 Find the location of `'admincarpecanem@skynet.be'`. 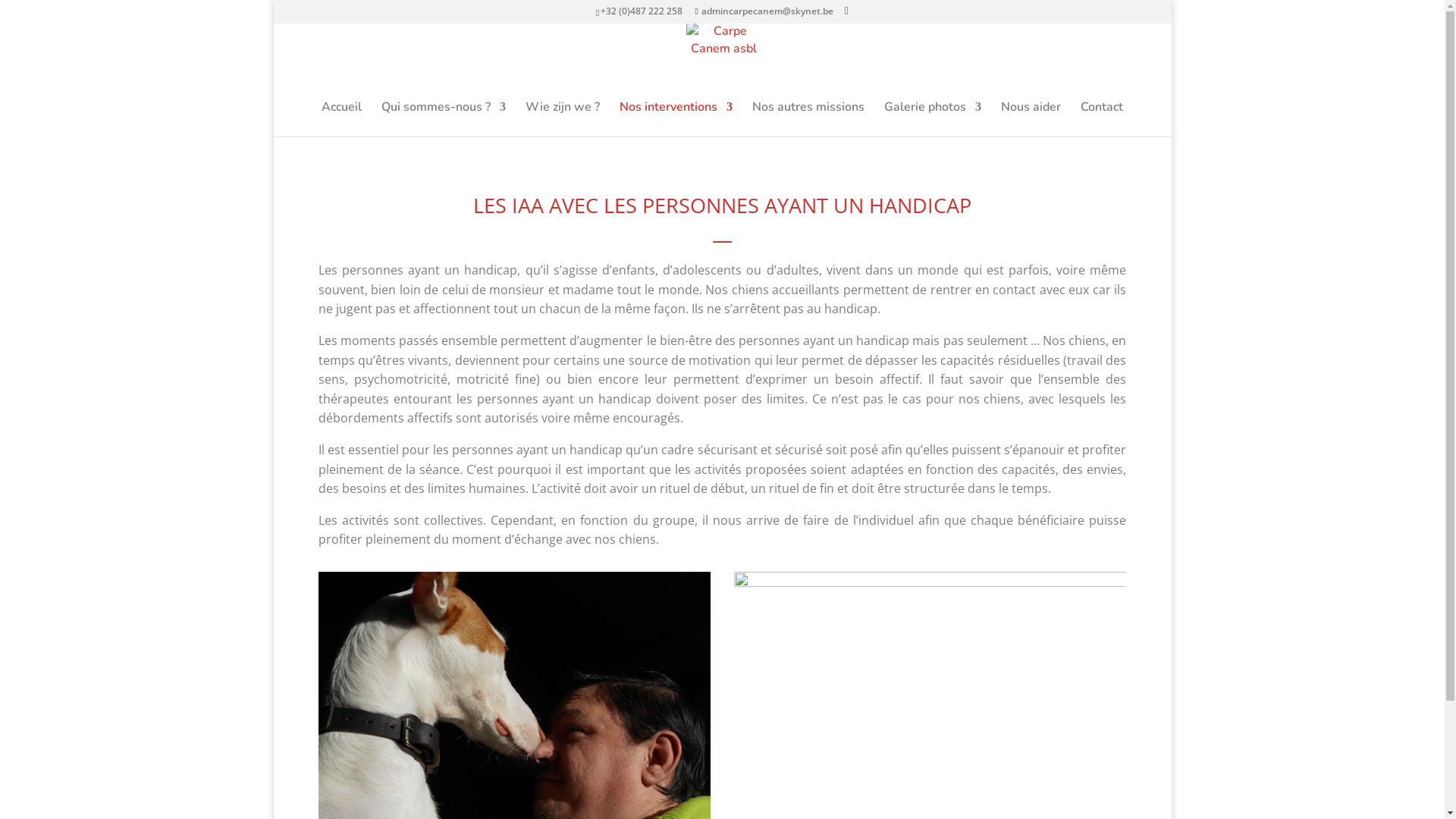

'admincarpecanem@skynet.be' is located at coordinates (764, 11).